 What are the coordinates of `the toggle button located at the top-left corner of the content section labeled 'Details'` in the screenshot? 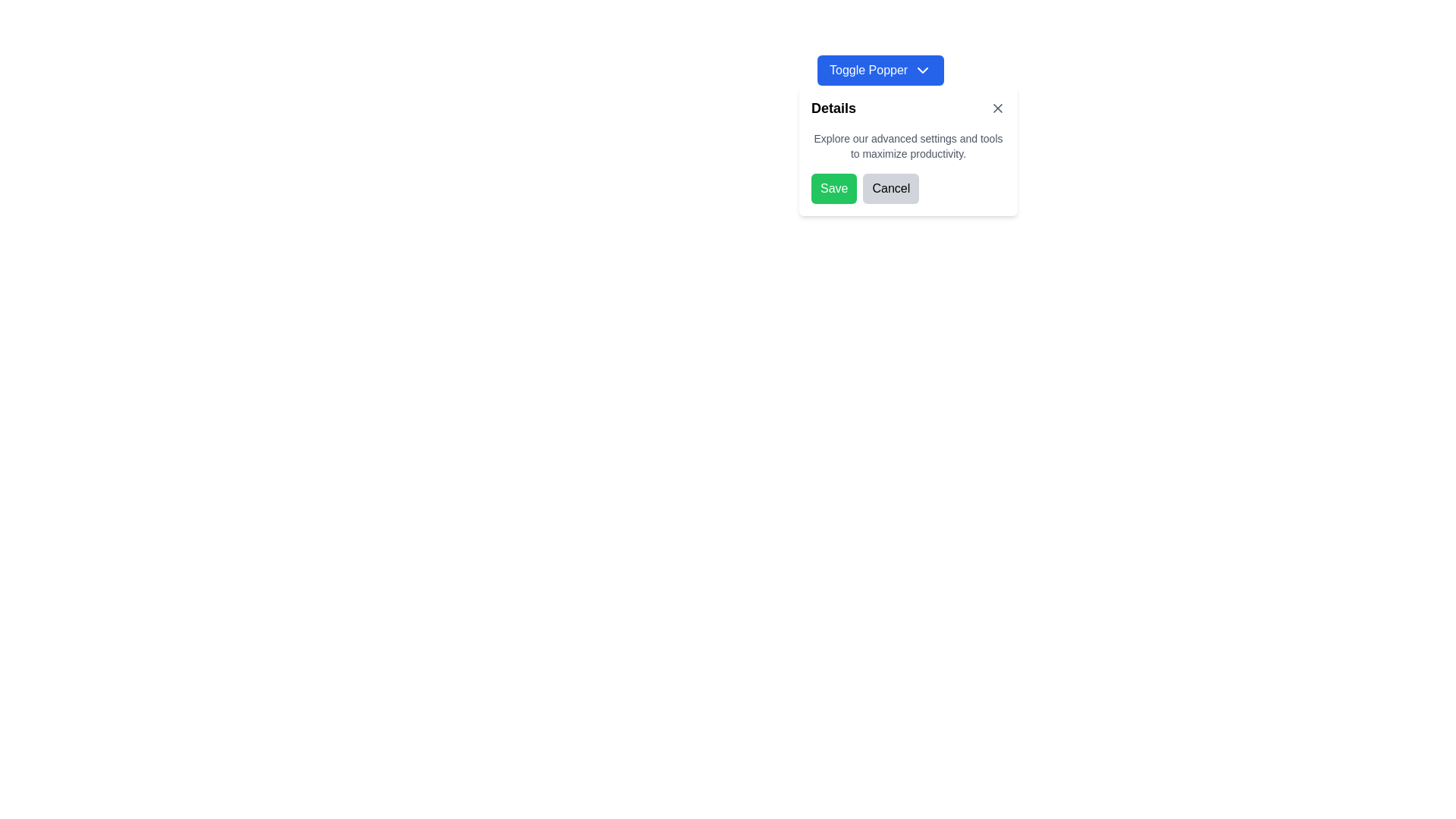 It's located at (880, 70).